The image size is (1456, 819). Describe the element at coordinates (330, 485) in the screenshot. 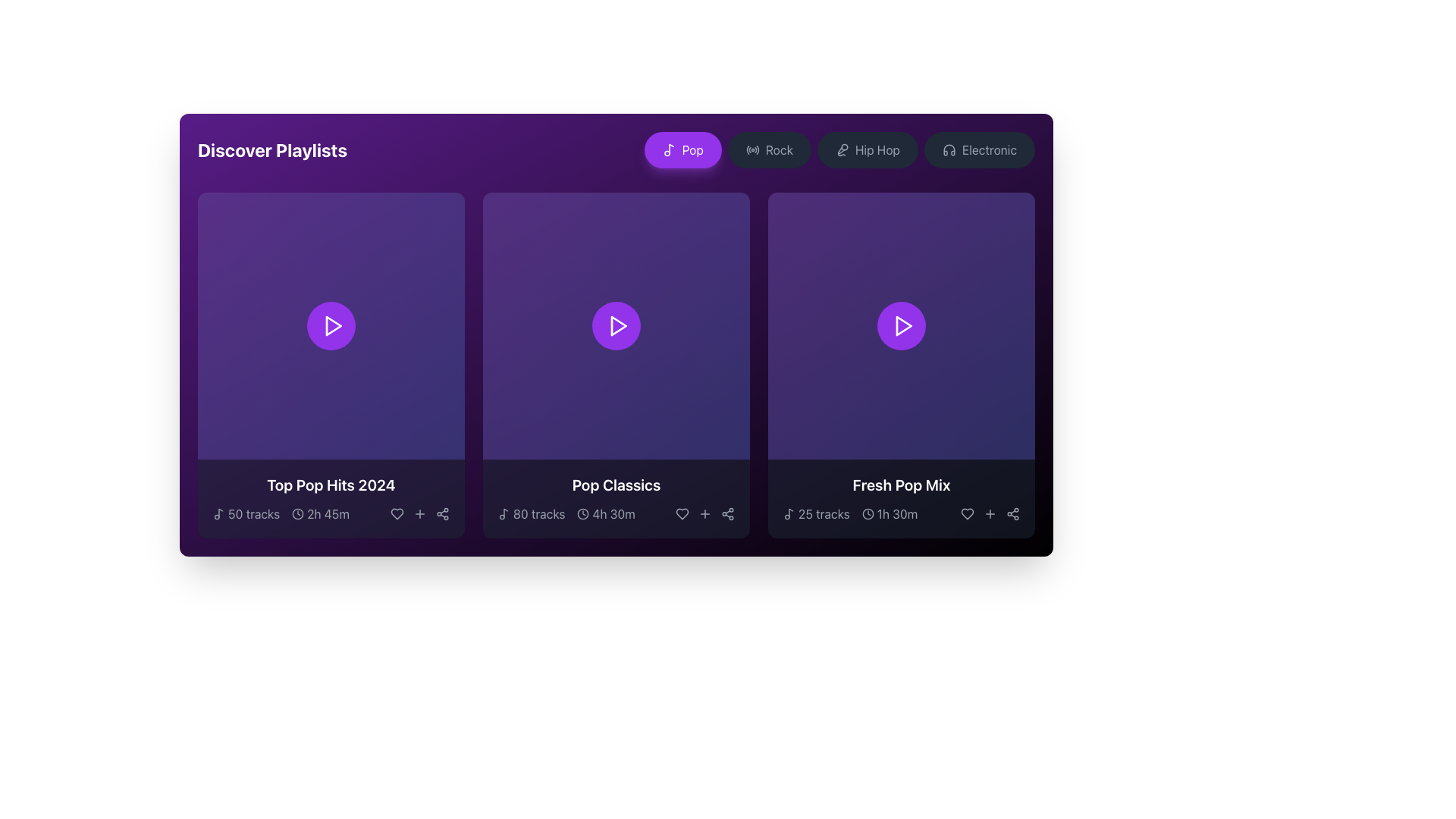

I see `text label identifying the playlist title located in the bottom section of the leftmost card in the 'Discover Playlists' interface, positioned above '50 tracks 2h 45m'` at that location.